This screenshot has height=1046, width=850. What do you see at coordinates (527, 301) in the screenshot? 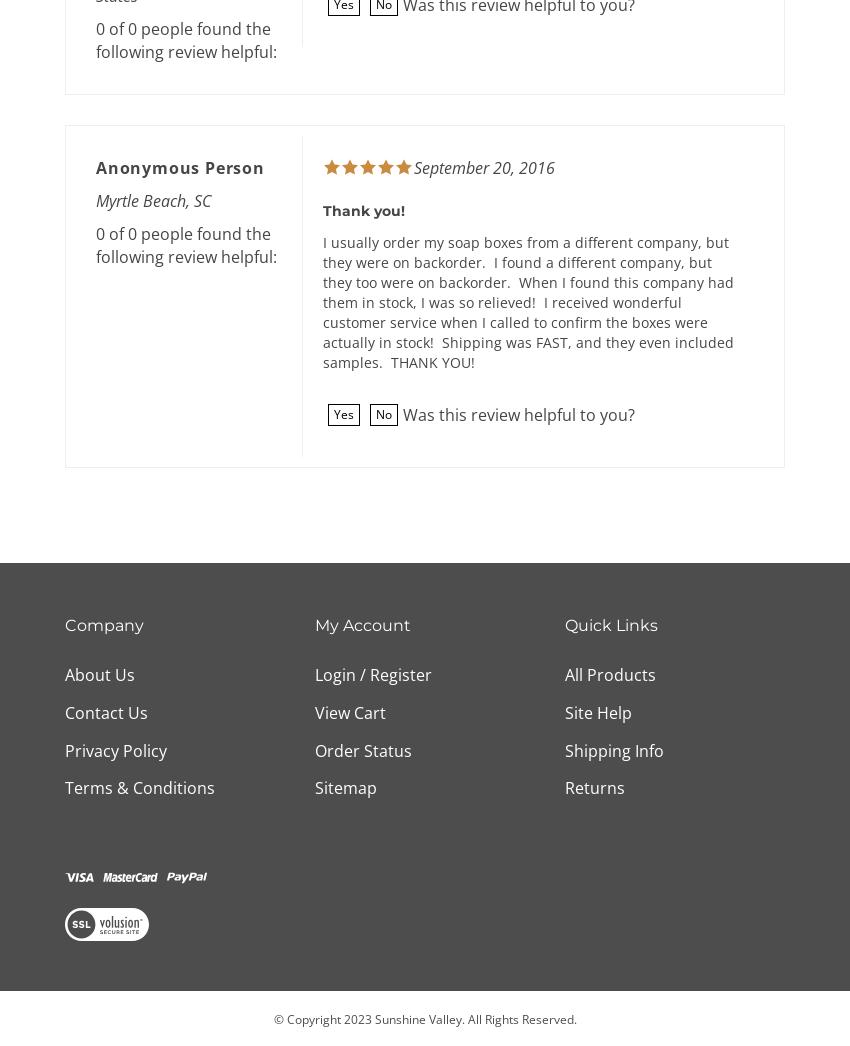
I see `'I usually order my soap boxes from a different company, but they were on backorder.  I found a different company, but they too were on backorder.  When I found this company had them in stock, I was so relieved!  I received wonderful customer service when I called to confirm the boxes were actually in stock!  Shipping was FAST, and they even included samples.  THANK YOU!'` at bounding box center [527, 301].